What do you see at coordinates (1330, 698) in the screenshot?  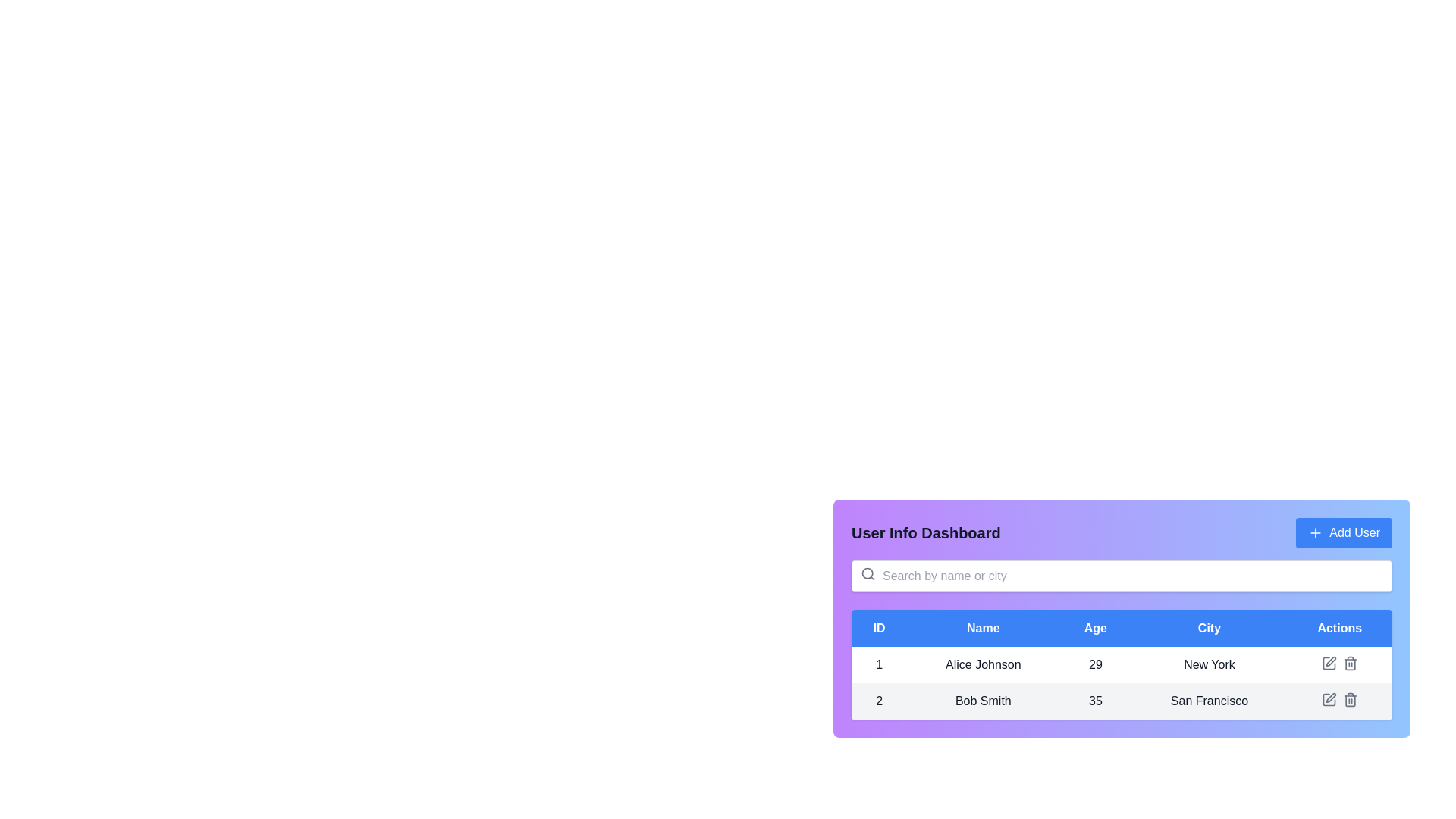 I see `the edit icon button, represented by a pen next to a square, located in the 'Actions' column of the second row for user 'Bob Smith'` at bounding box center [1330, 698].